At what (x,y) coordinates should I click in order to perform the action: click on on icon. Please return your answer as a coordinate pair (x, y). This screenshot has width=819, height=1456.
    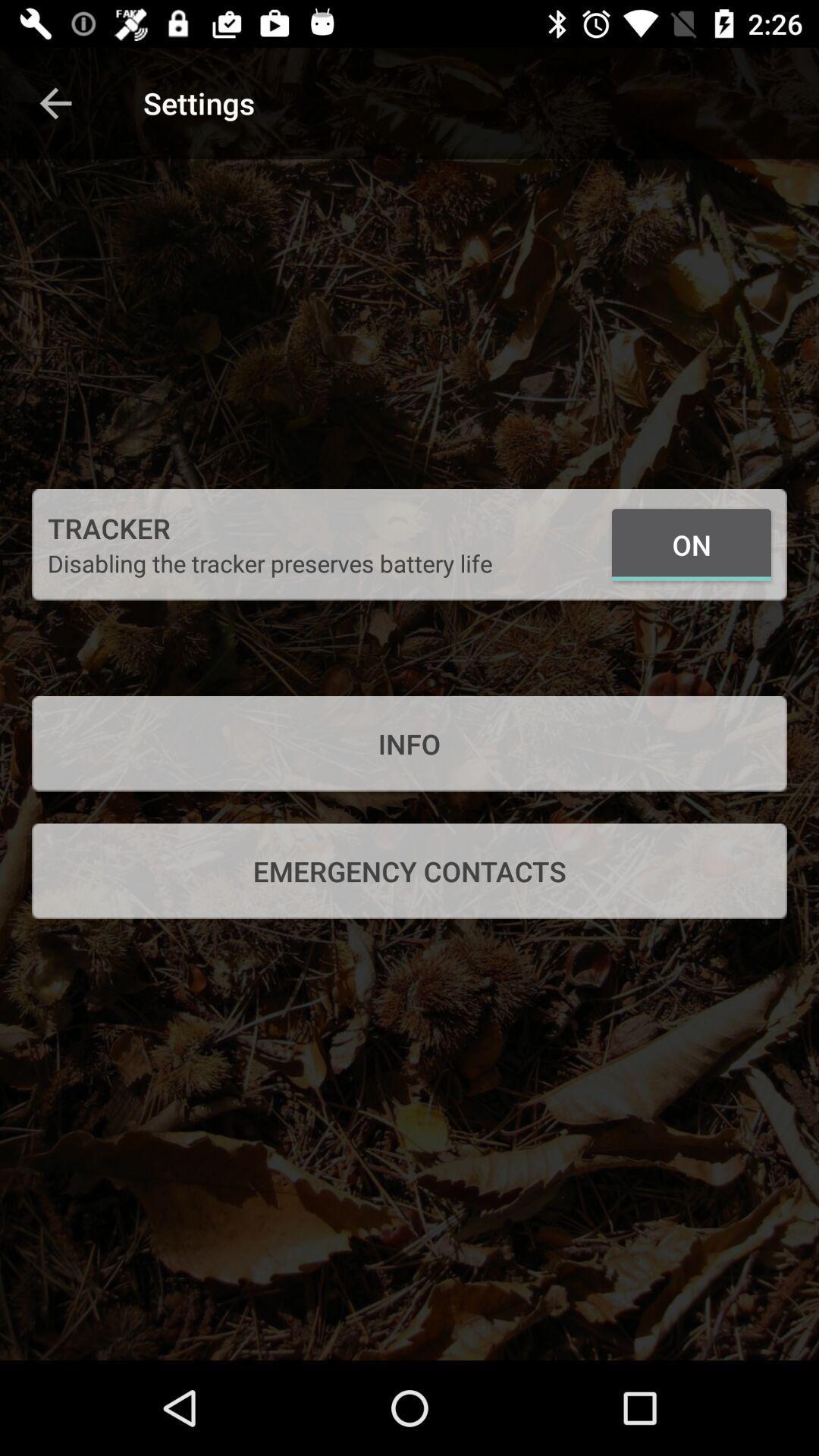
    Looking at the image, I should click on (691, 544).